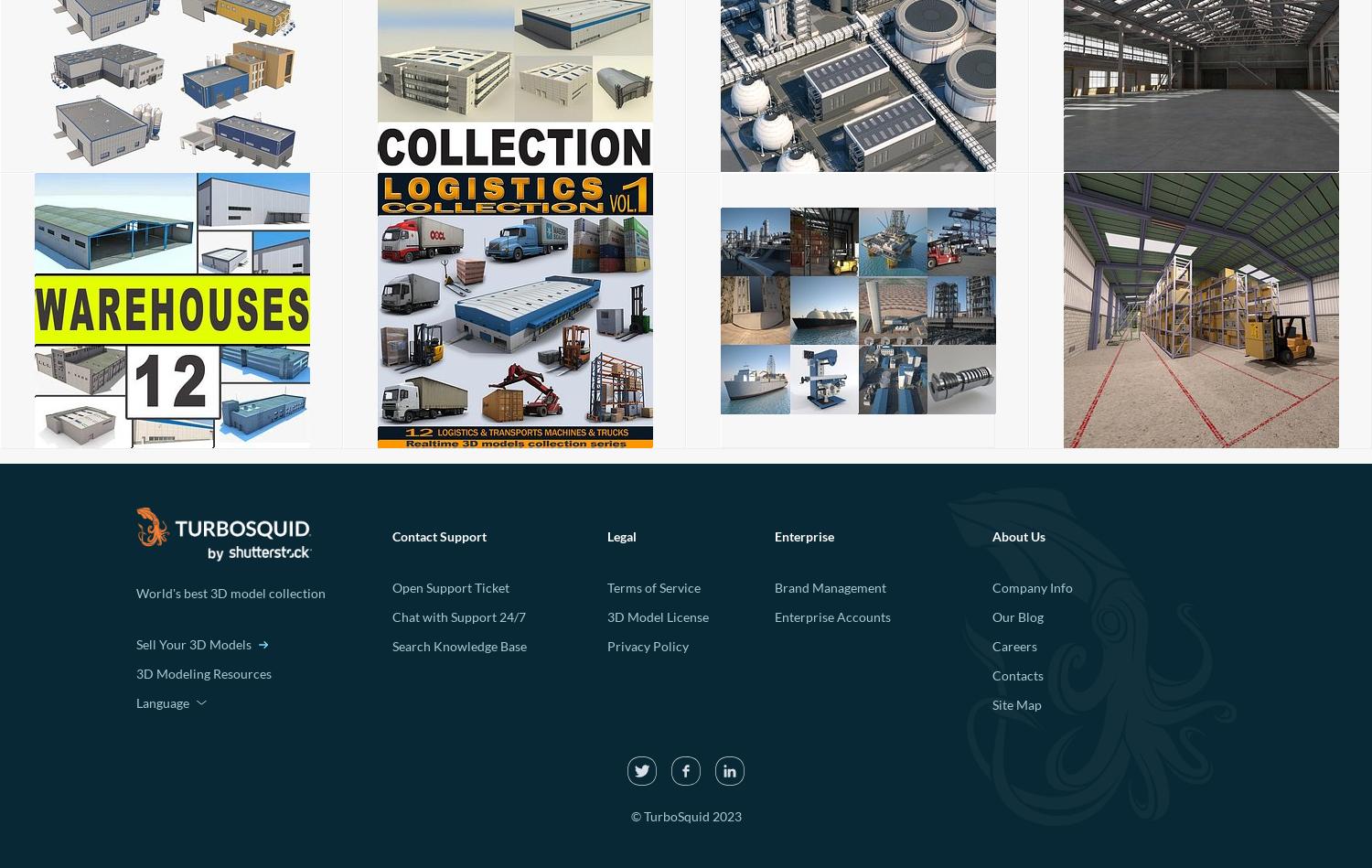  I want to click on 'Enterprise', so click(803, 535).